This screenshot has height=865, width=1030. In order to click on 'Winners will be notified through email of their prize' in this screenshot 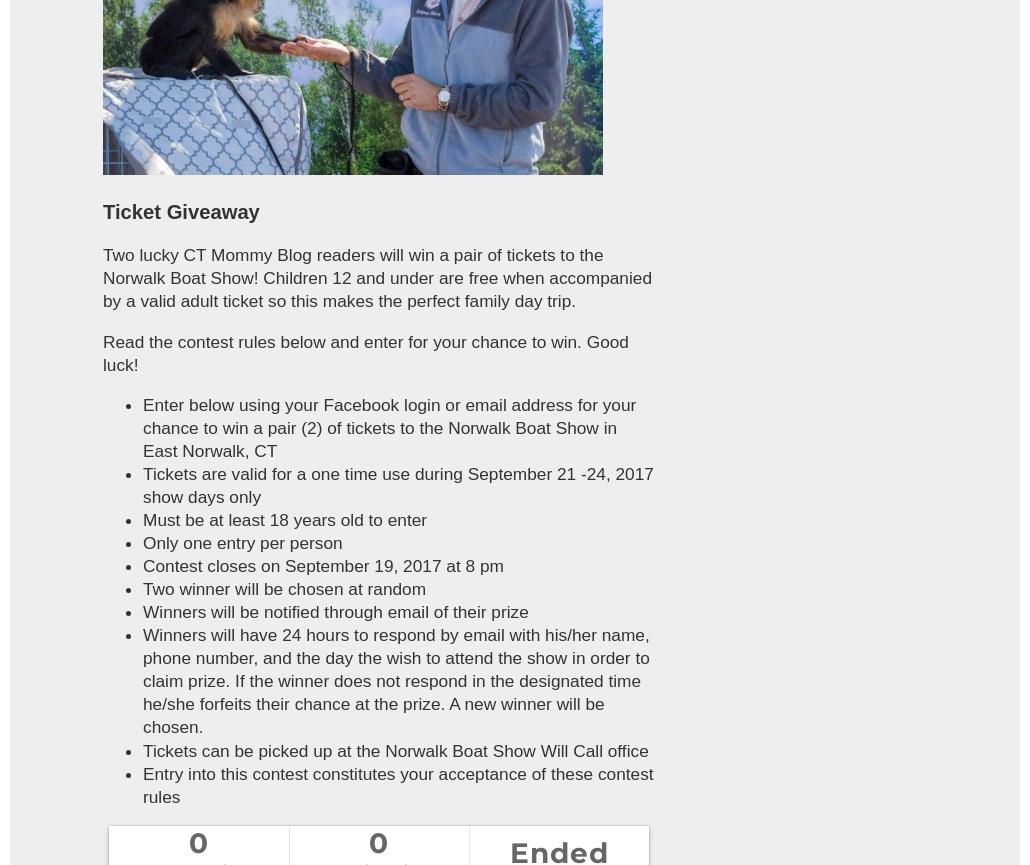, I will do `click(141, 611)`.